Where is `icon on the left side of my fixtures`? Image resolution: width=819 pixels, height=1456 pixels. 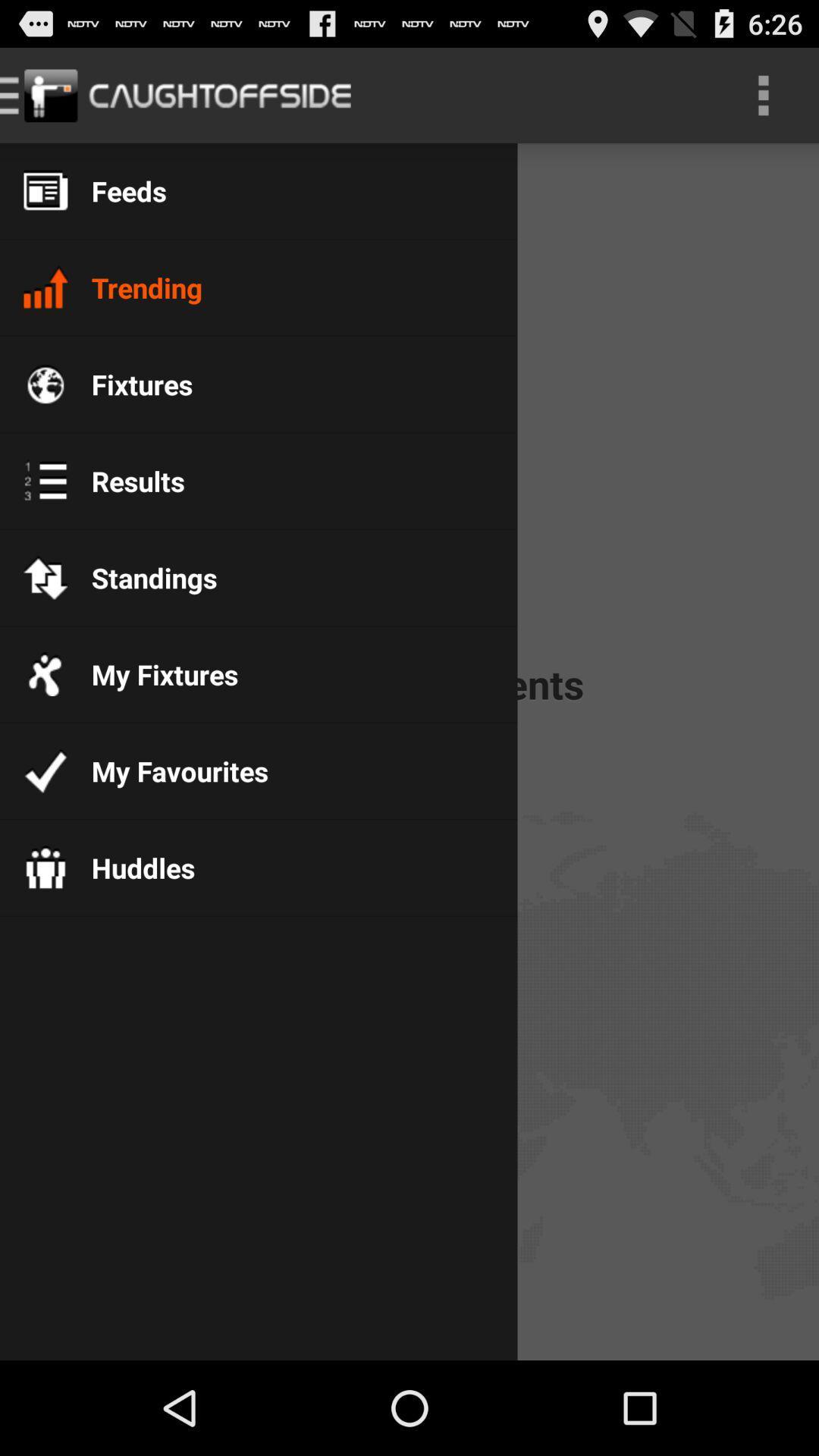
icon on the left side of my fixtures is located at coordinates (45, 673).